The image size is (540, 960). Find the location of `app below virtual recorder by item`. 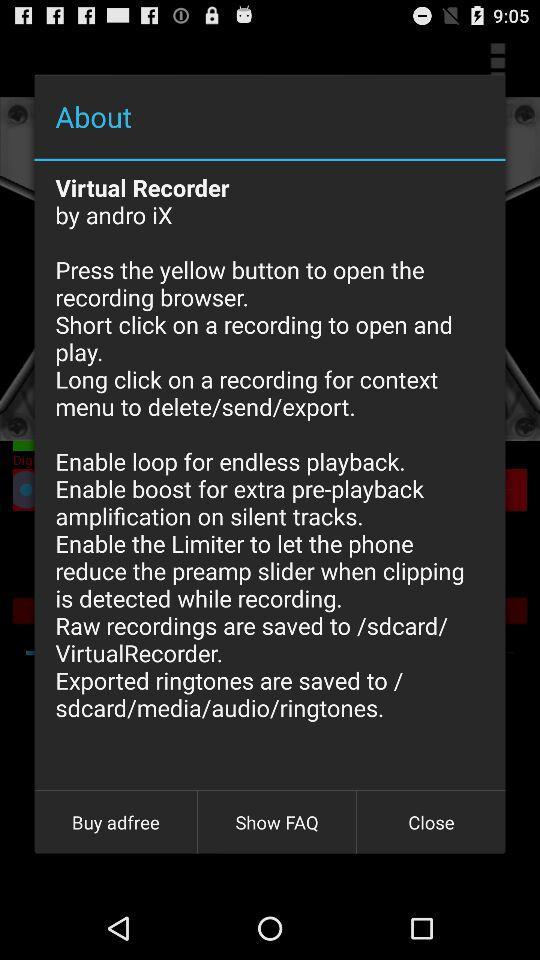

app below virtual recorder by item is located at coordinates (115, 822).